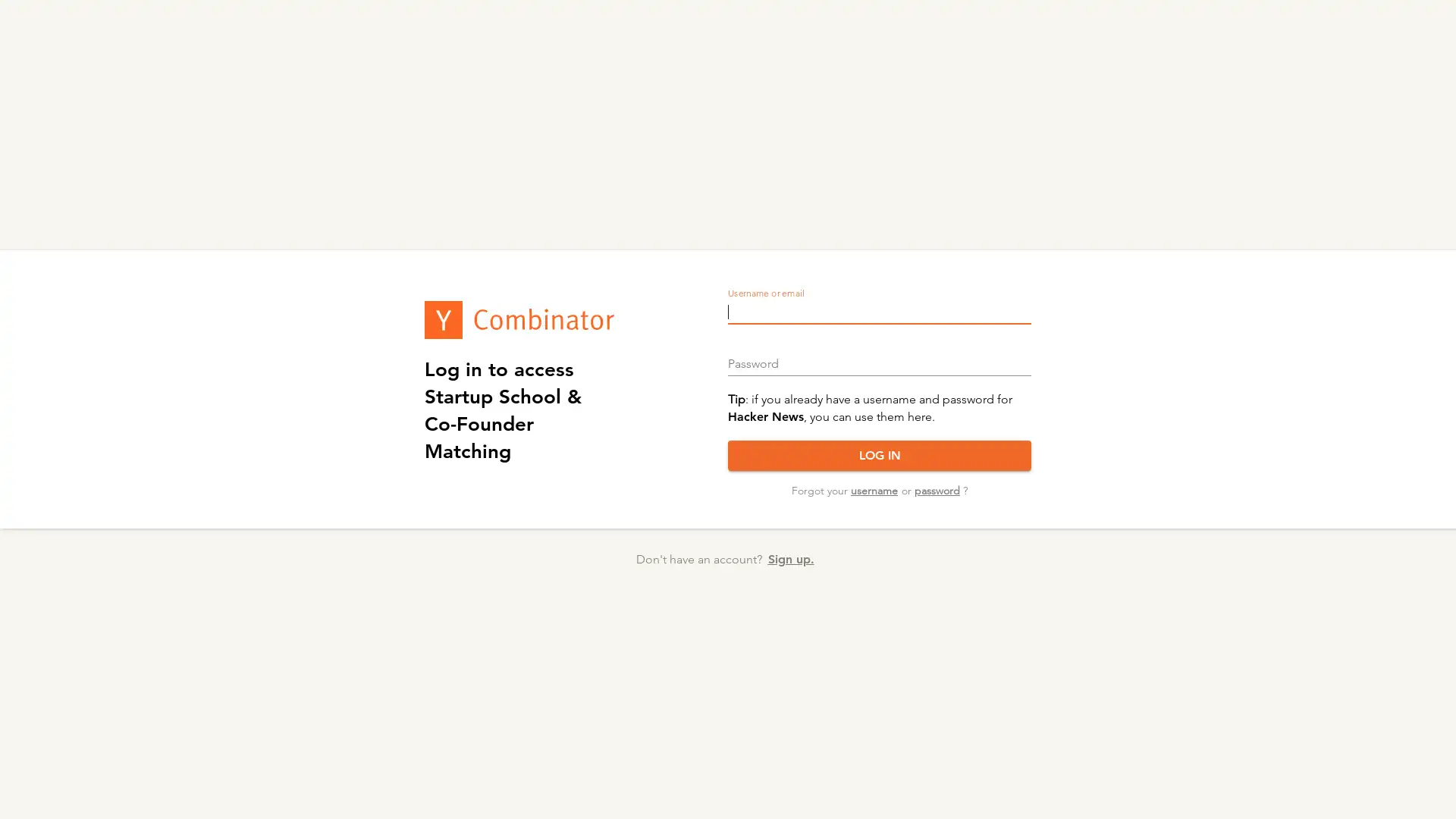  I want to click on LOG IN, so click(880, 455).